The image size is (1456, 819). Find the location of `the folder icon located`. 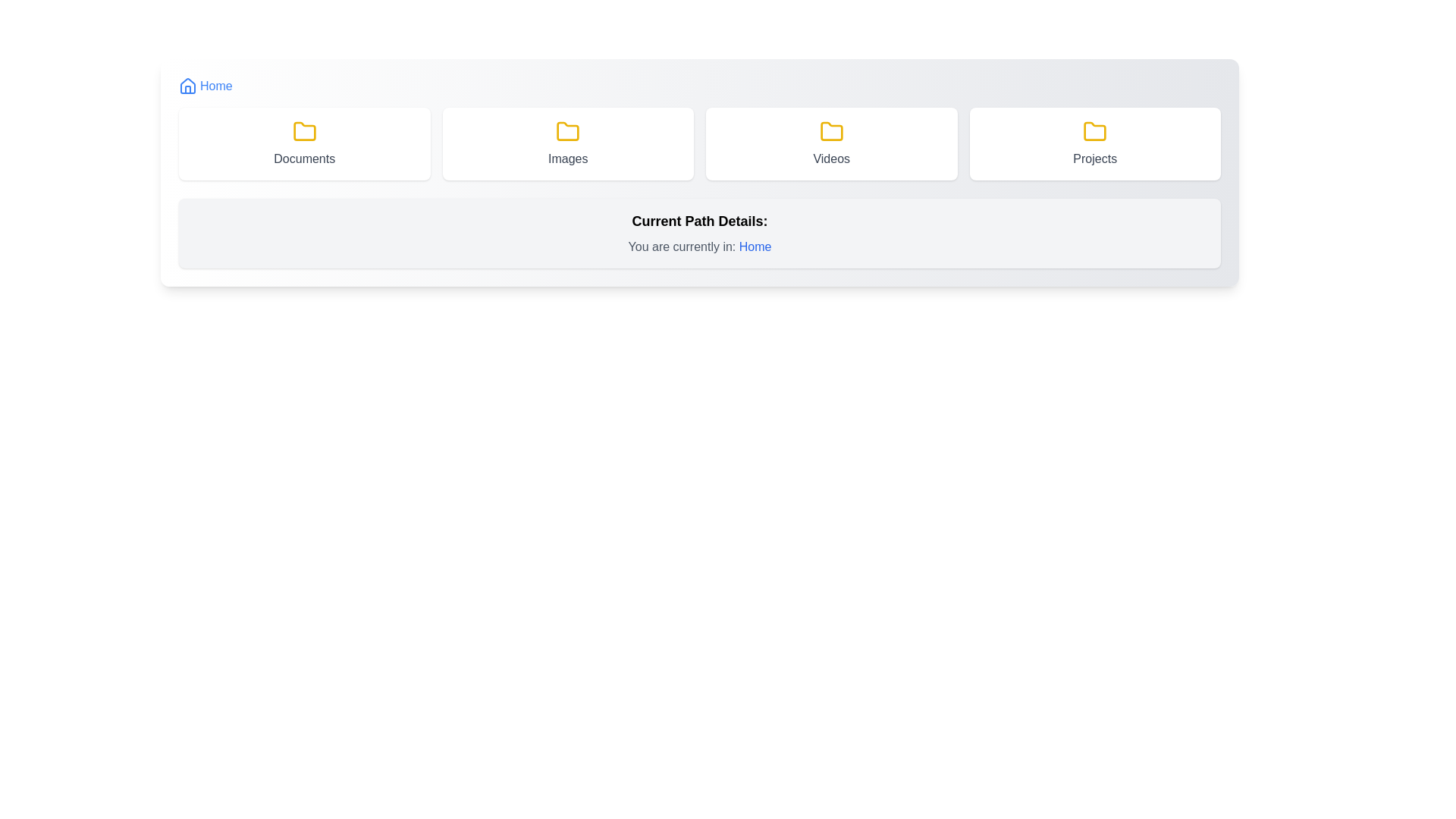

the folder icon located is located at coordinates (303, 130).